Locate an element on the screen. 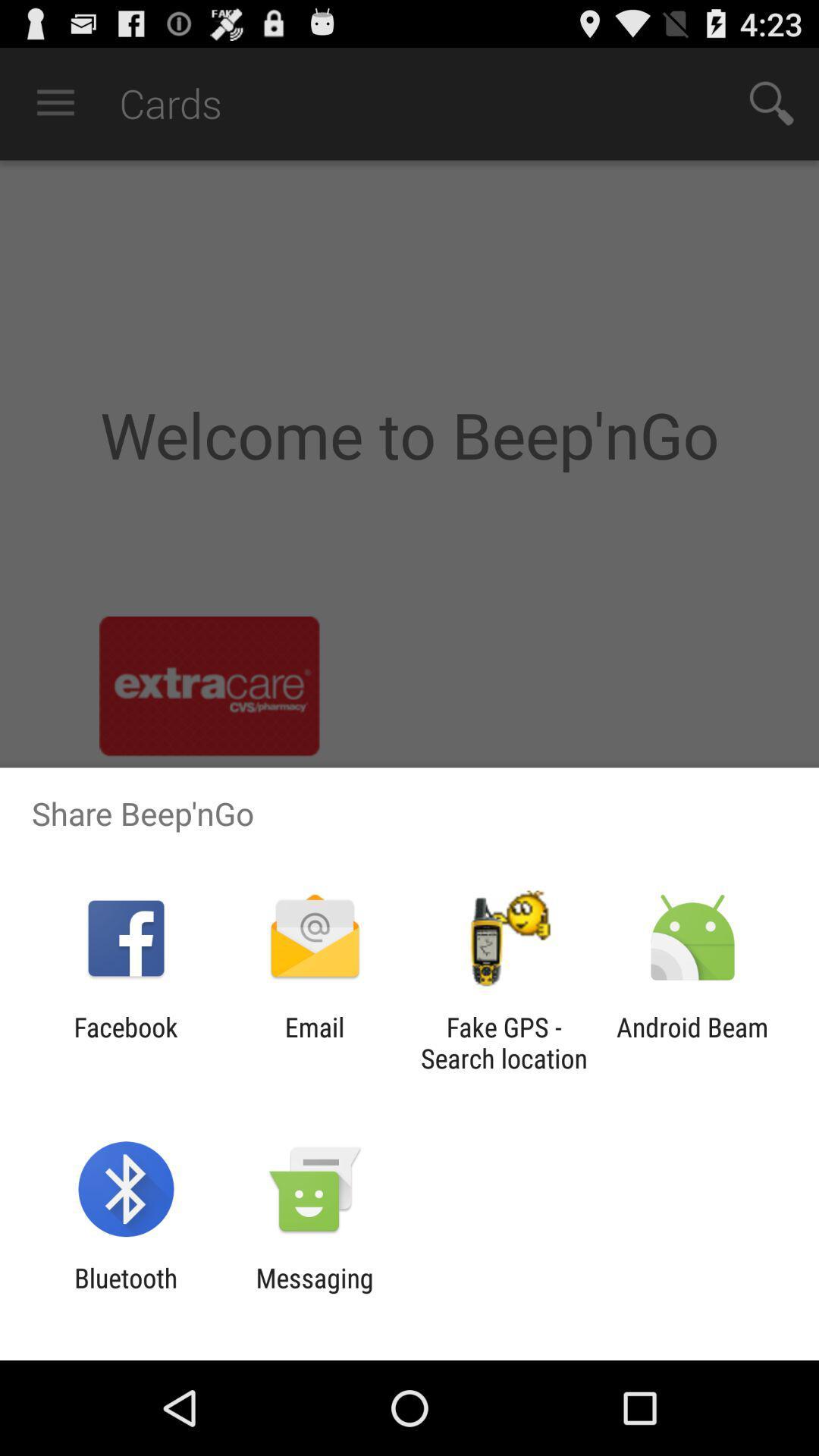 The image size is (819, 1456). fake gps search item is located at coordinates (504, 1042).